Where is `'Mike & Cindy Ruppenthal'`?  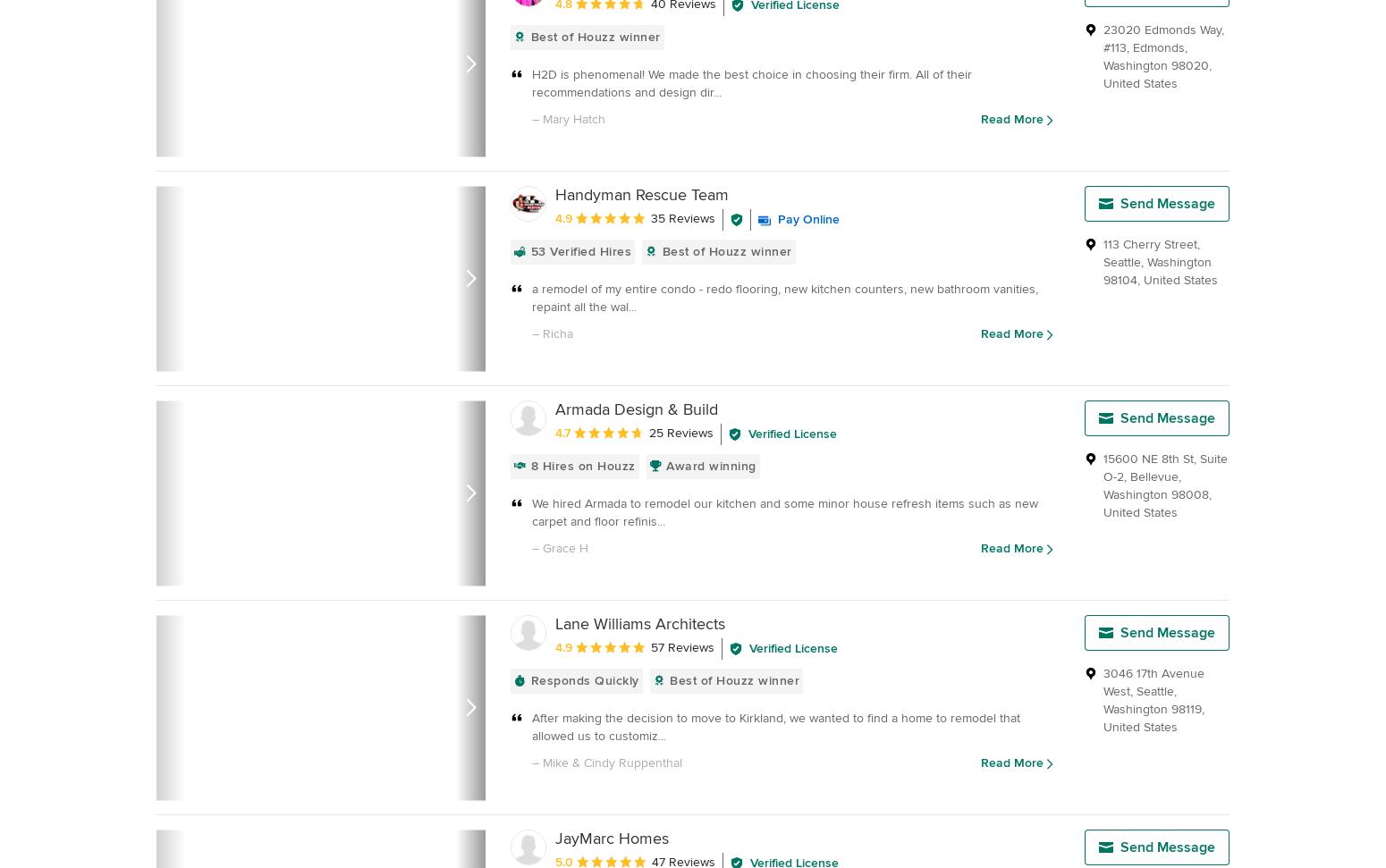
'Mike & Cindy Ruppenthal' is located at coordinates (542, 762).